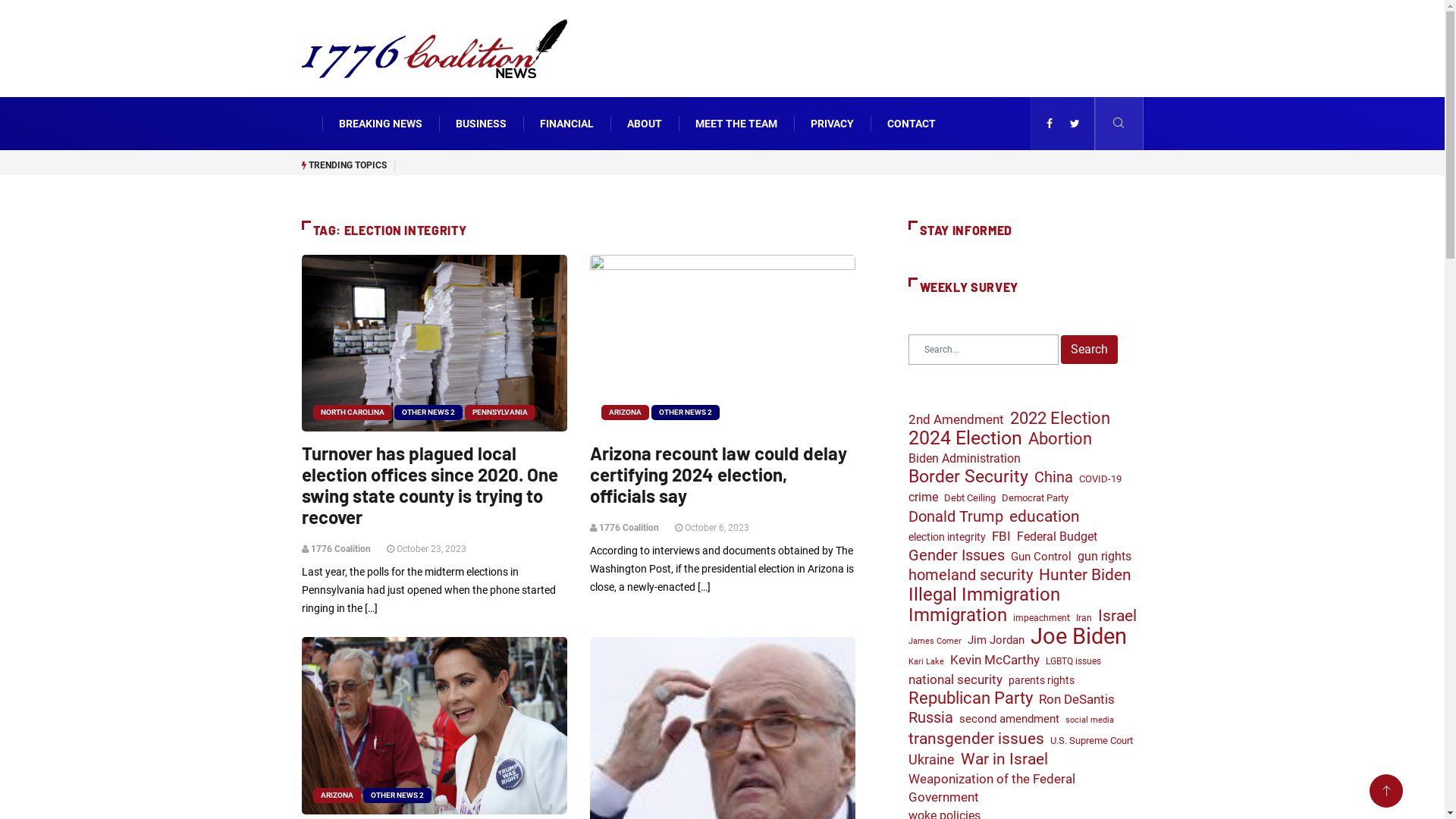  I want to click on 'PENNSYLVANIA', so click(499, 412).